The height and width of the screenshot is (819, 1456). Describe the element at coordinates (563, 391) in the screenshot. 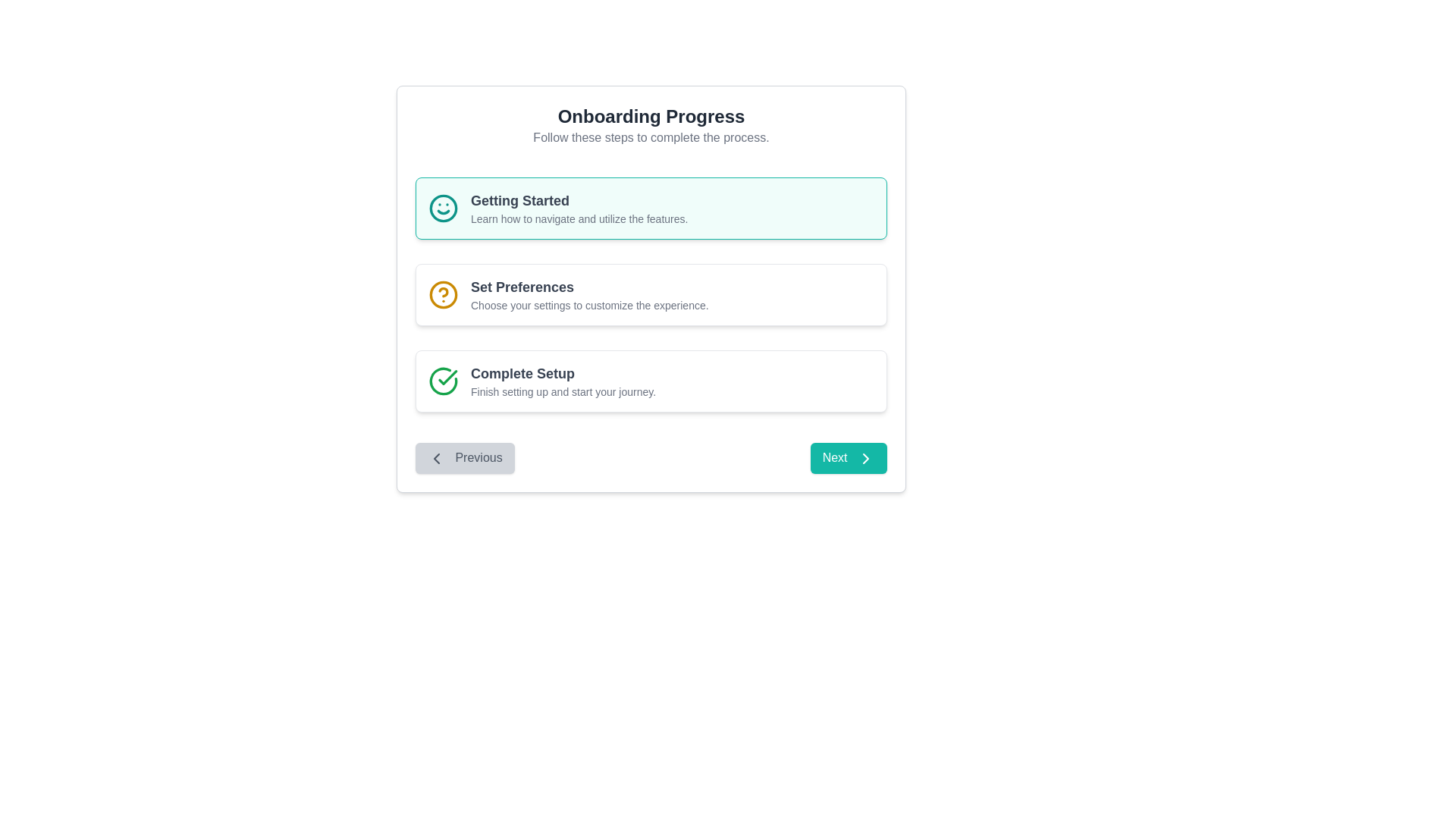

I see `the static text label that reads 'Finish setting up and start your journey.', which is styled in a smaller gray font and located directly below the 'Complete Setup' headline` at that location.